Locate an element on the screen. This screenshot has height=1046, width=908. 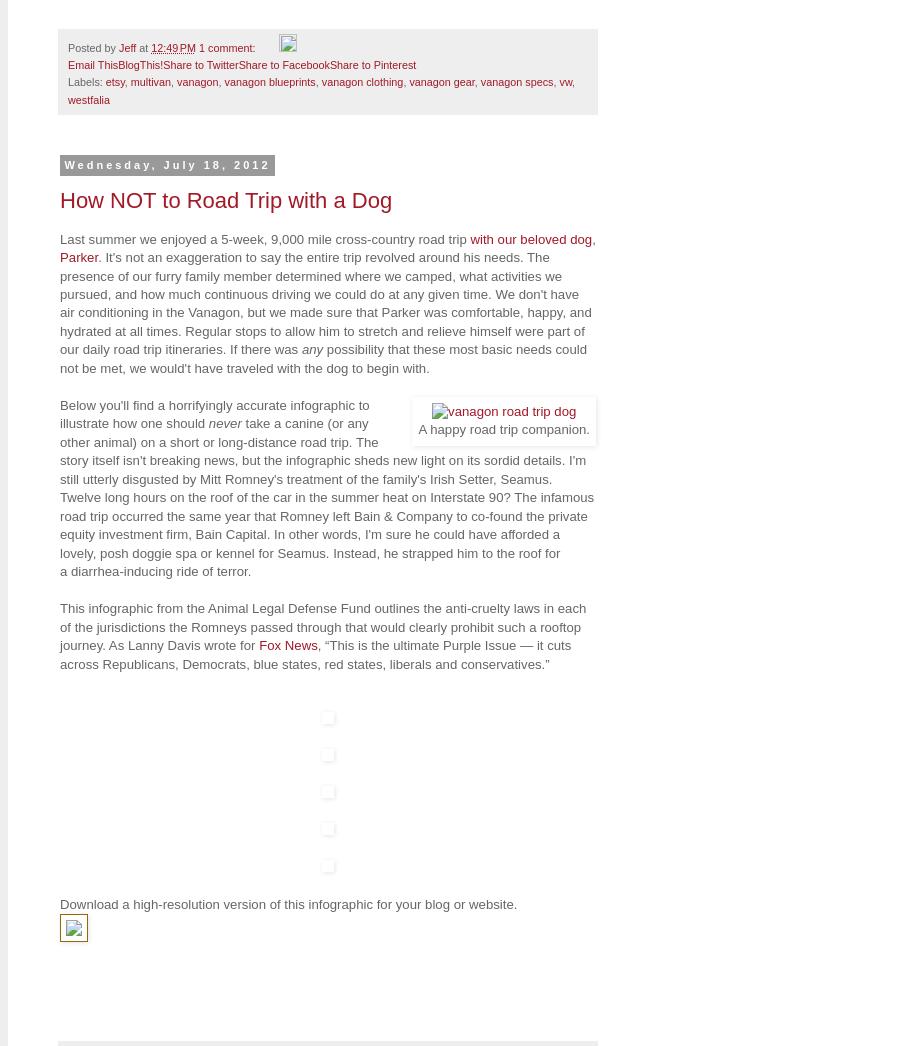
'. It's not an exaggeration to say the entire trip revolved around his needs. The presence of our furry family member determined where we camped, what activities we pursued, and how much continuous driving we could do at any given time. We don't have air conditioning in the Vanagon, but we made sure that Parker was comfortable, happy, and hydrated at all times. Regular stops to allow him to stretch and relieve himself were part of our daily road trip itineraries. If there was' is located at coordinates (324, 303).